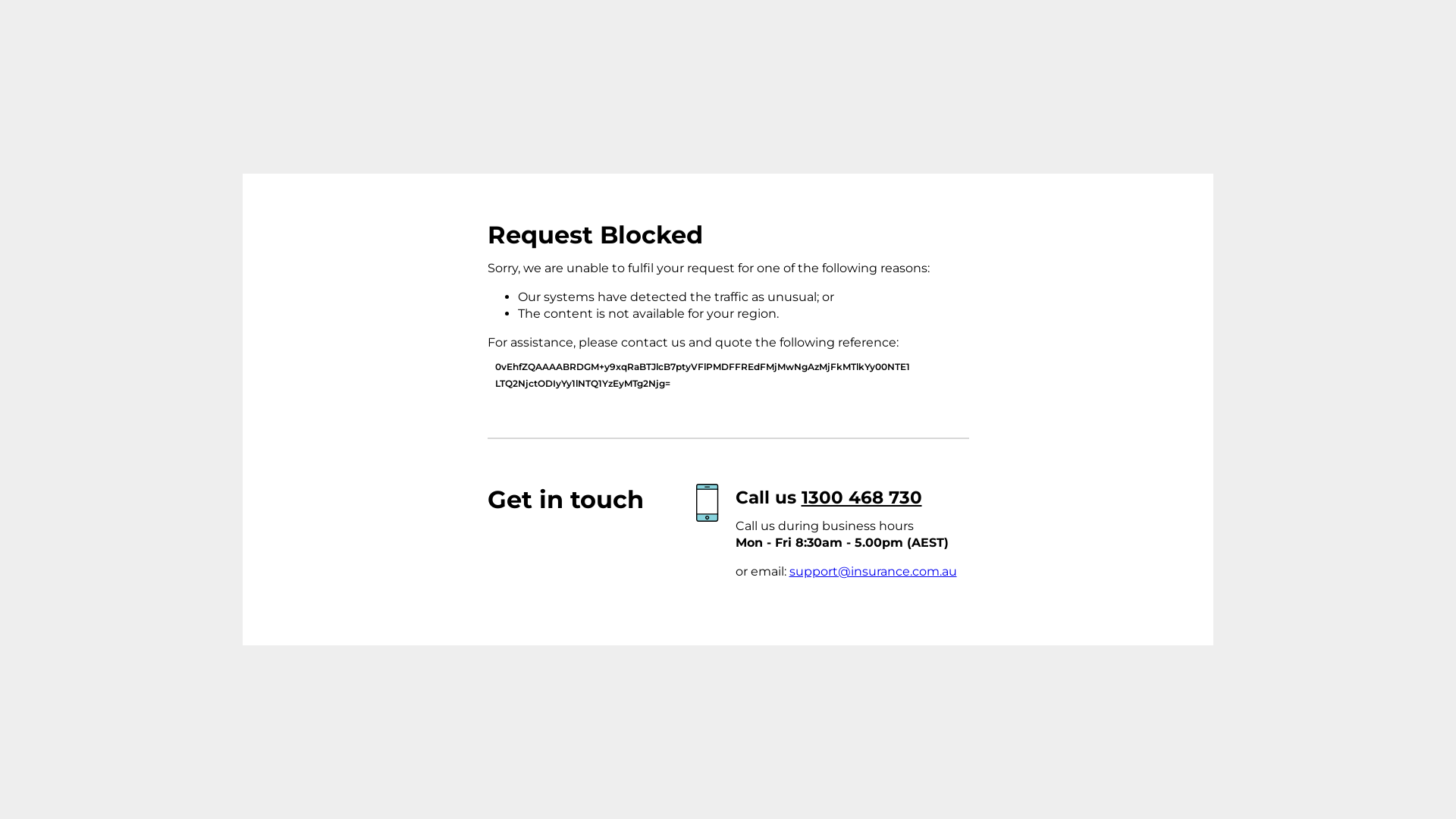 The height and width of the screenshot is (819, 1456). What do you see at coordinates (861, 497) in the screenshot?
I see `'1300 468 730'` at bounding box center [861, 497].